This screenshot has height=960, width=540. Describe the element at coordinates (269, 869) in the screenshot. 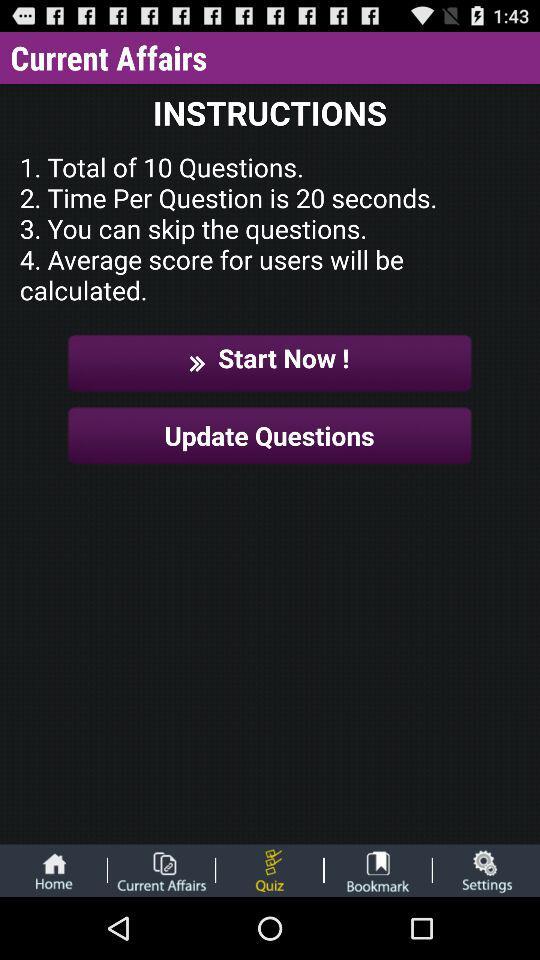

I see `opens up the quiz part of the app` at that location.